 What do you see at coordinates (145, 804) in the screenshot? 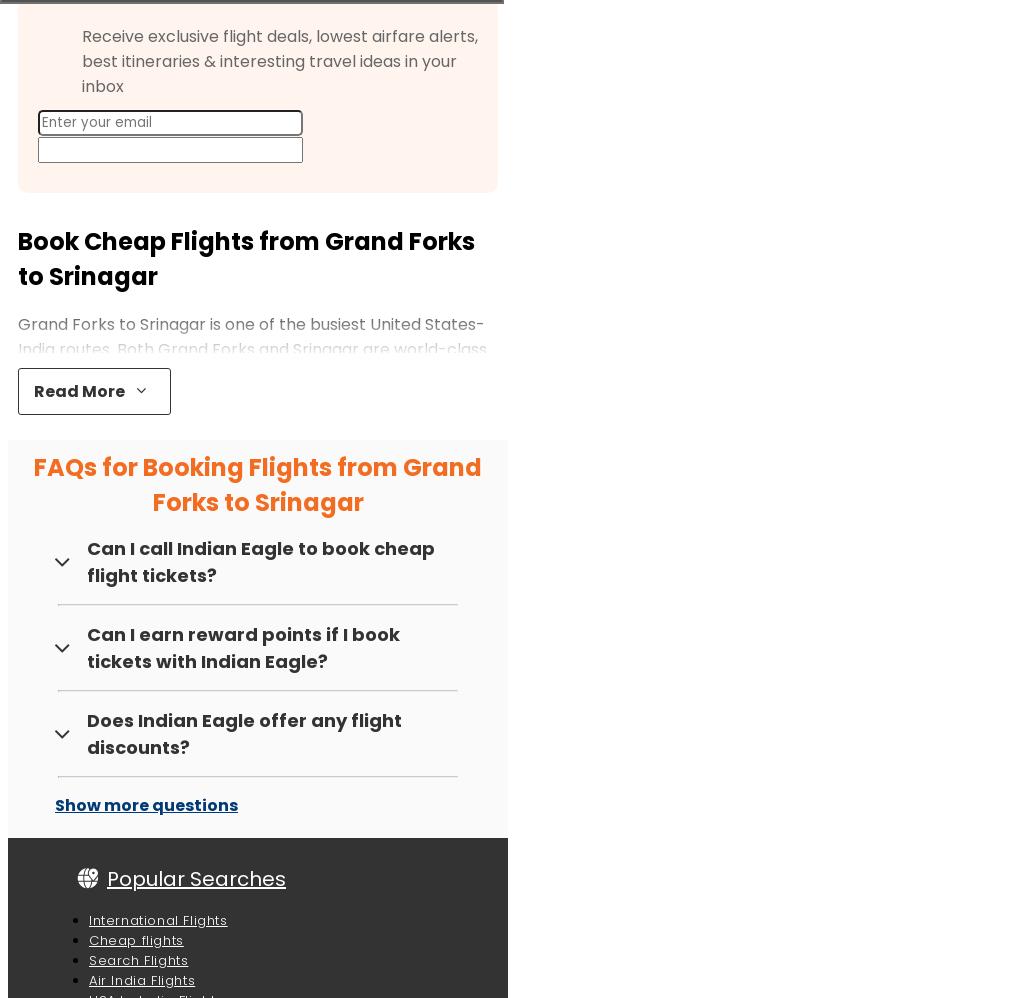
I see `'Show more questions'` at bounding box center [145, 804].